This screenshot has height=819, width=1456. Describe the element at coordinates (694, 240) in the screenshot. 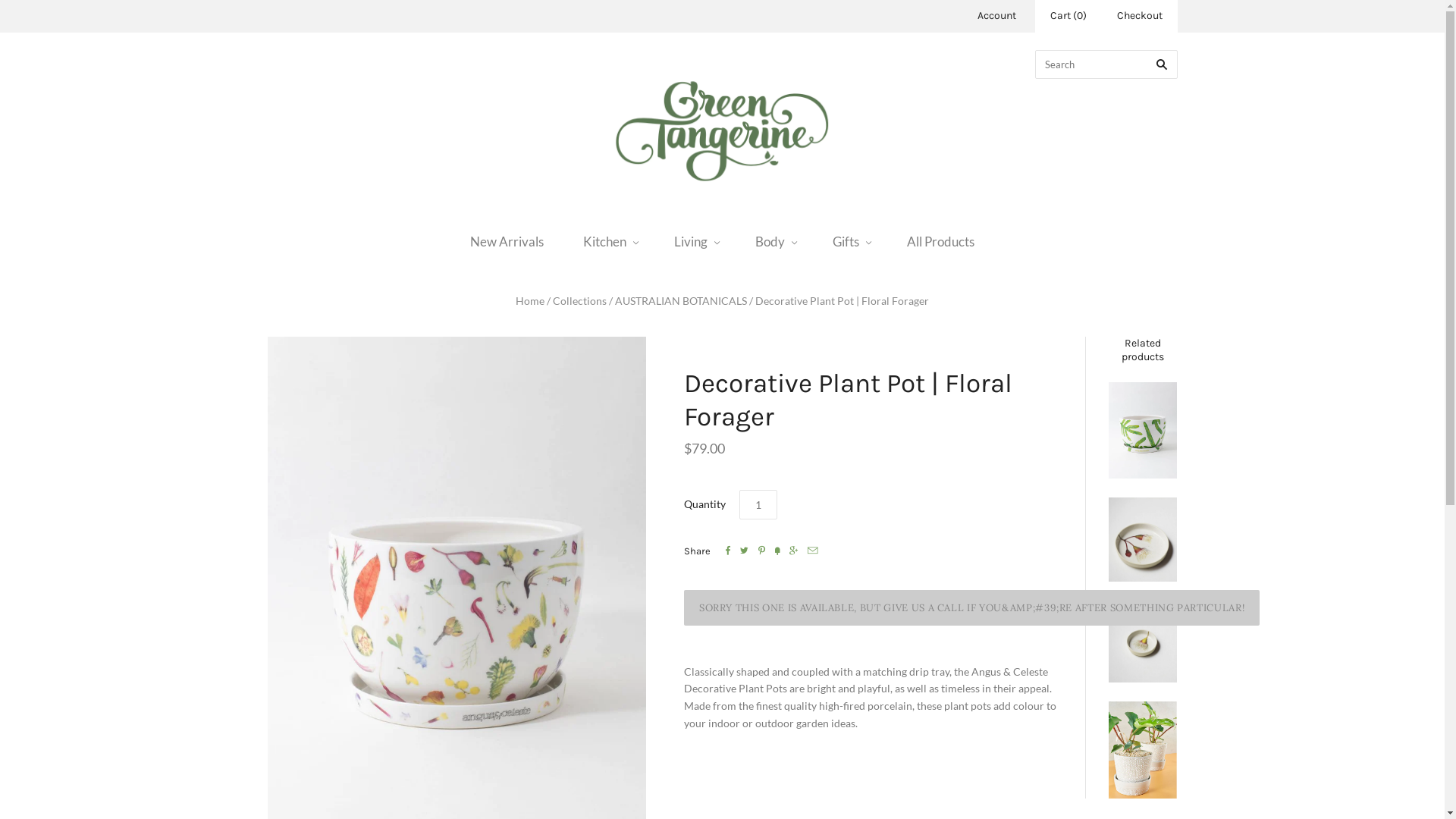

I see `'Living'` at that location.